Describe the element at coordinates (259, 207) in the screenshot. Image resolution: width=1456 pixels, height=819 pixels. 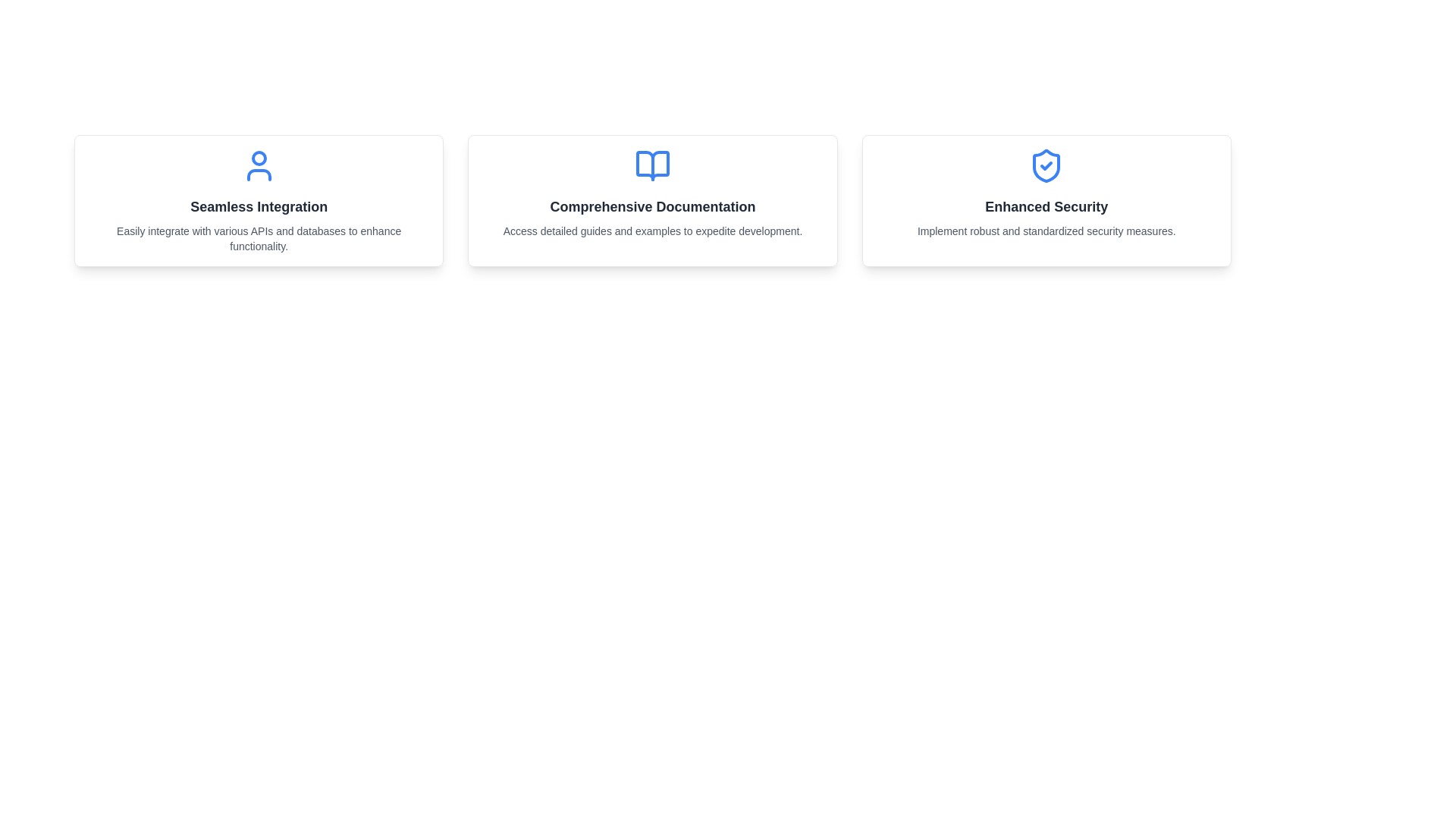
I see `the Heading or Title Text within the card, which is positioned below a user silhouette icon and above a subtitle description` at that location.